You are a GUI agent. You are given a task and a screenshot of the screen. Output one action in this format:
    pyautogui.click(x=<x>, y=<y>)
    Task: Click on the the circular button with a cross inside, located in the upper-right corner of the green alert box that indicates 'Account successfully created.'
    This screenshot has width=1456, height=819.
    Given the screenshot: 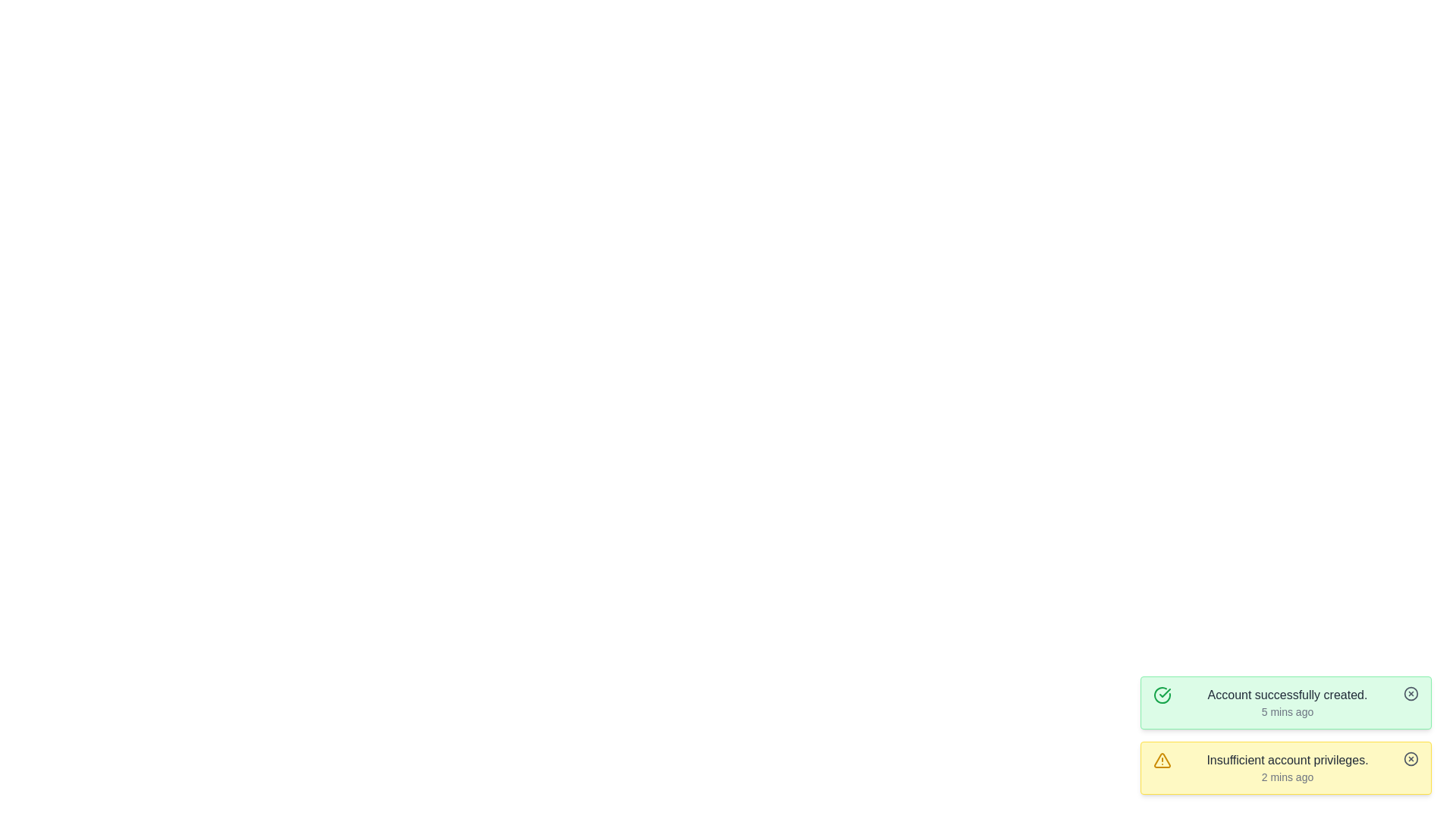 What is the action you would take?
    pyautogui.click(x=1410, y=693)
    